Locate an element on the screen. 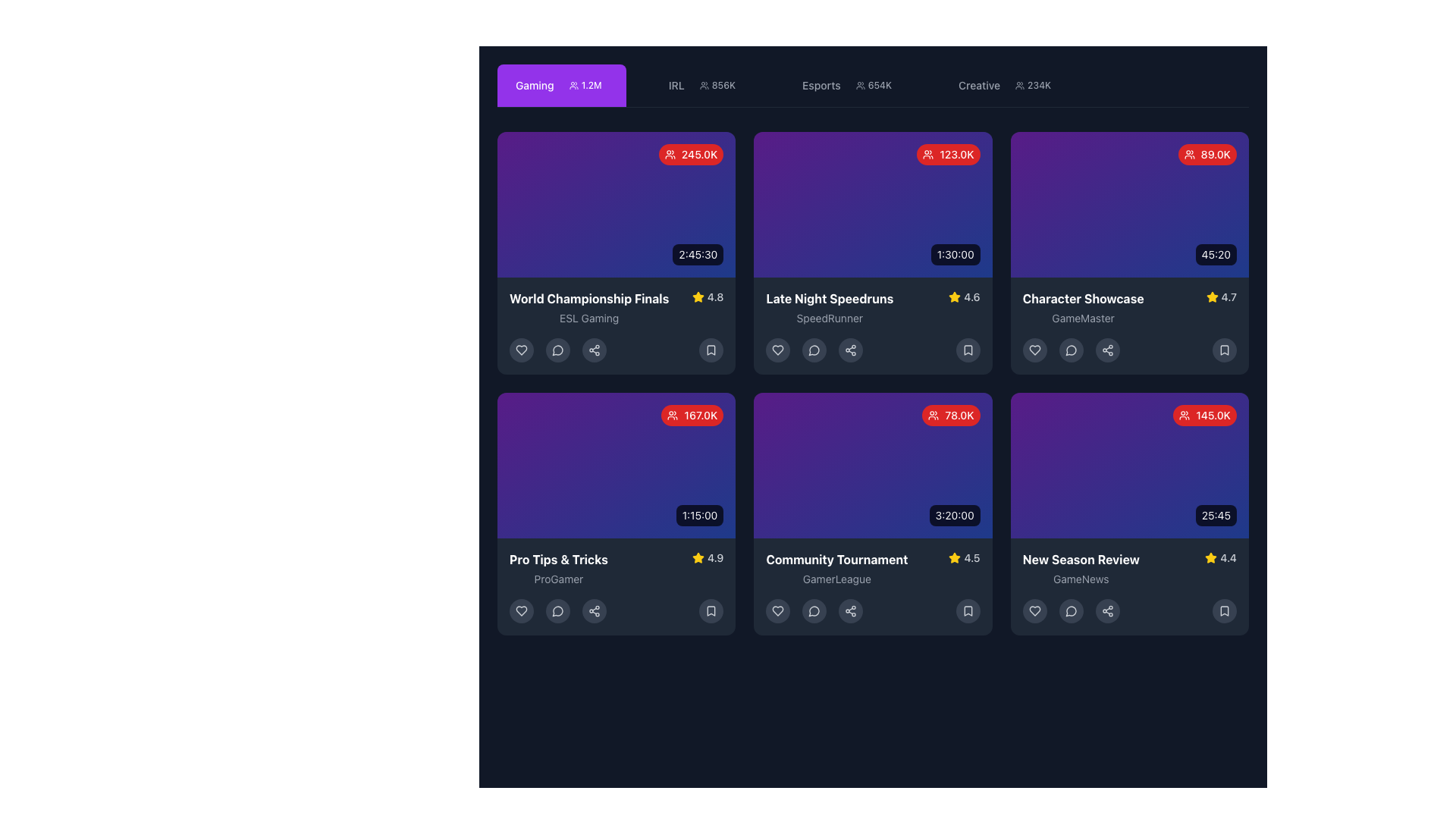 The width and height of the screenshot is (1456, 819). the 'like' or 'favorite' button located at the bottom row of the grid, first from the left, under the 'Community Tournament' card to mark the content as liked or saved is located at coordinates (778, 610).